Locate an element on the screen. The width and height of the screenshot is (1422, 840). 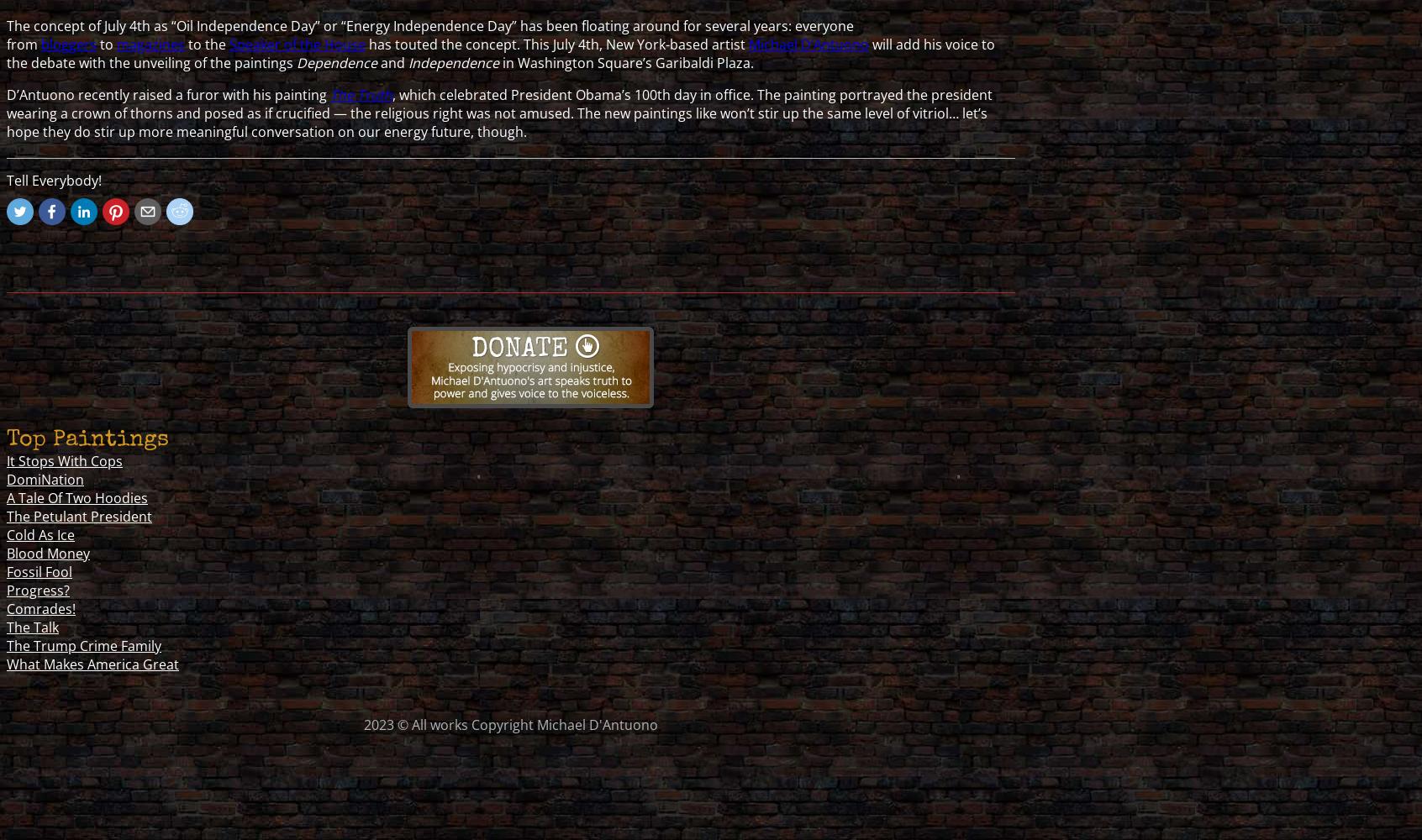
'D’Antuono recently raised a furor with his painting' is located at coordinates (167, 93).